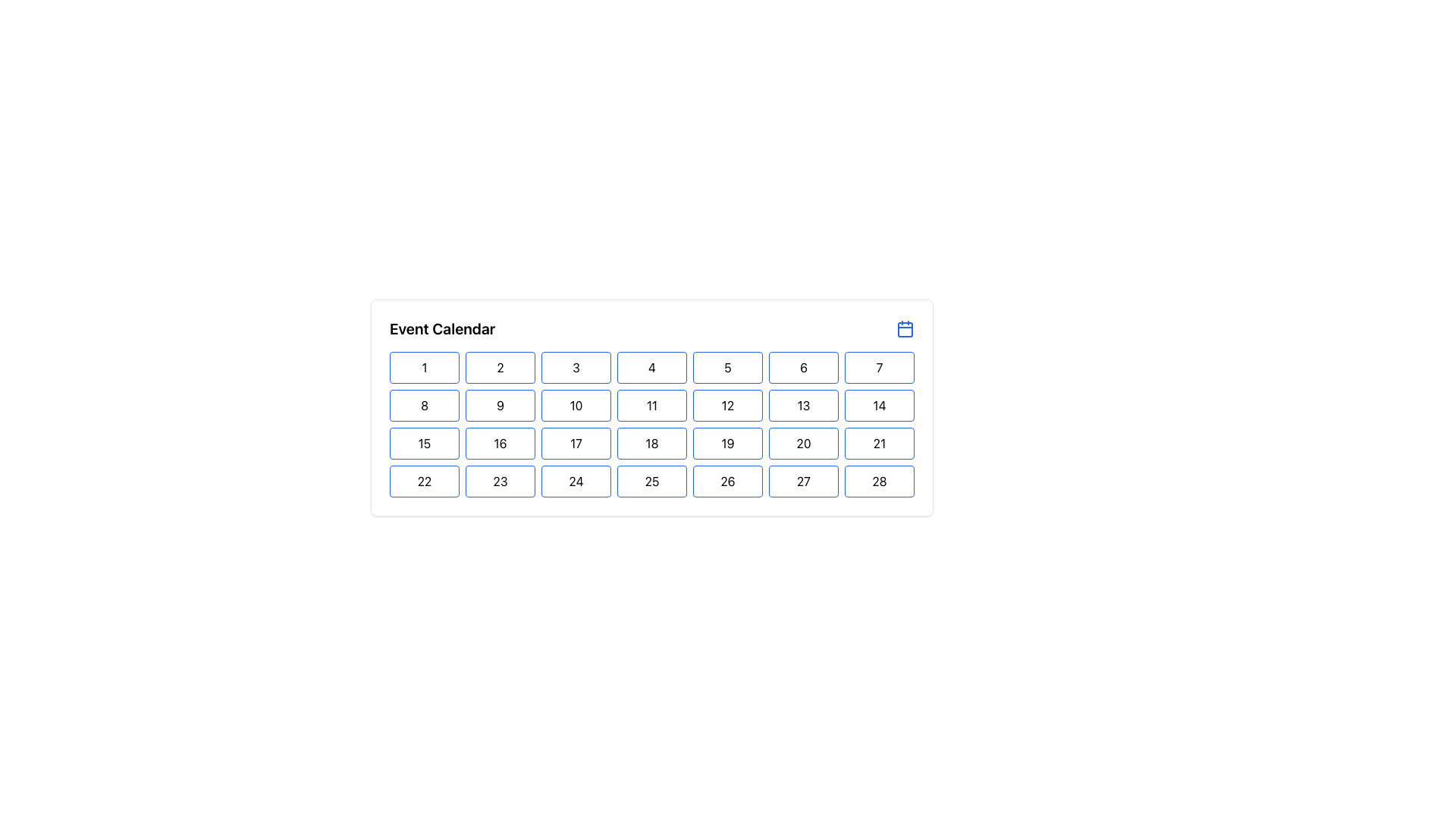 Image resolution: width=1456 pixels, height=819 pixels. Describe the element at coordinates (651, 482) in the screenshot. I see `the rectangular button displaying the text '25' with a white background and blue border, located in the fourth row and fourth column of a grid layout` at that location.